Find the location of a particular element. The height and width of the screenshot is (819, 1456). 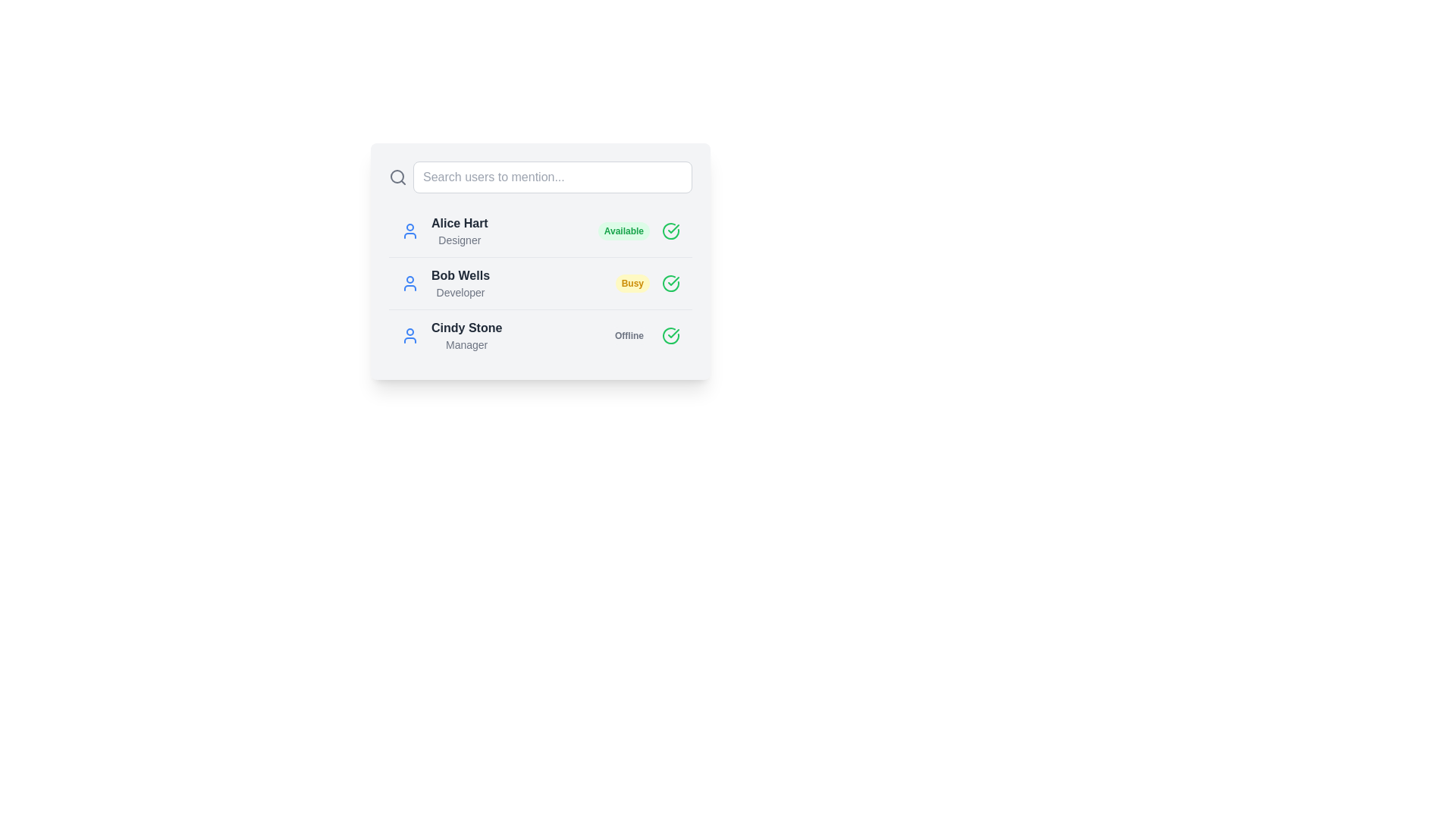

the confirmation icon indicating the 'Available' status of the user, located in the first row next to the 'Available' label is located at coordinates (670, 231).